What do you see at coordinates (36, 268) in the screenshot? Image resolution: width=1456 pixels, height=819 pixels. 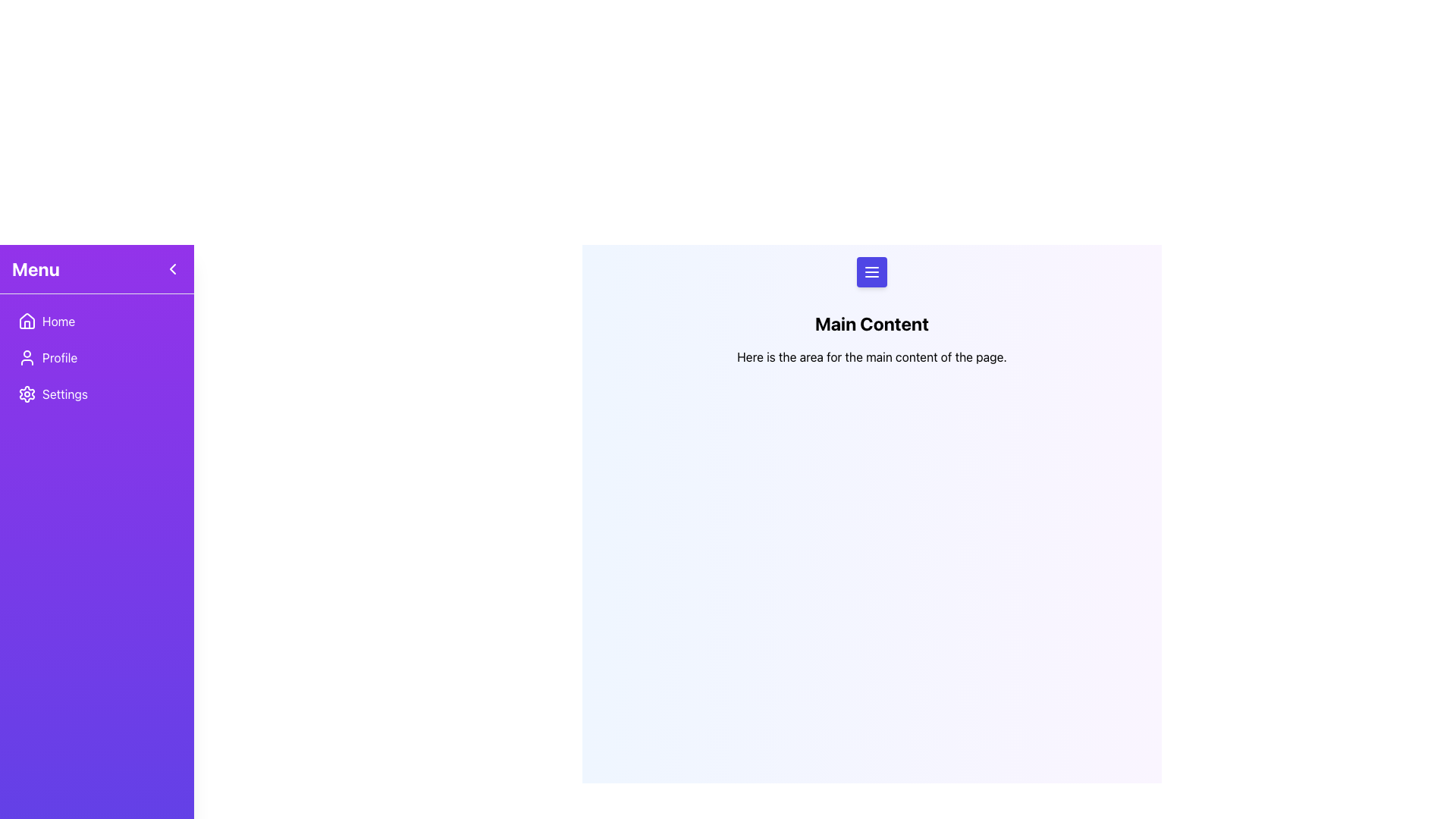 I see `text from the leftmost label in the purple sidebar header, which indicates the section's title before the clickable button` at bounding box center [36, 268].